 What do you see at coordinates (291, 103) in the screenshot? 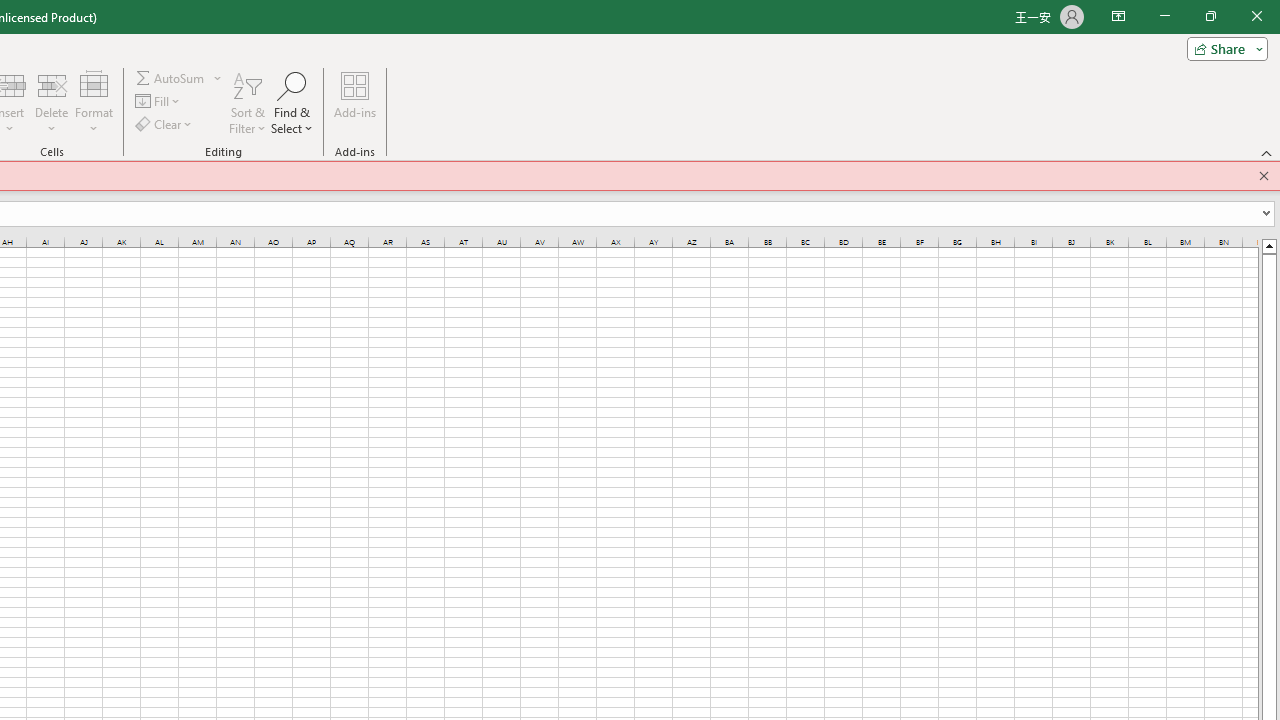
I see `'Find & Select'` at bounding box center [291, 103].